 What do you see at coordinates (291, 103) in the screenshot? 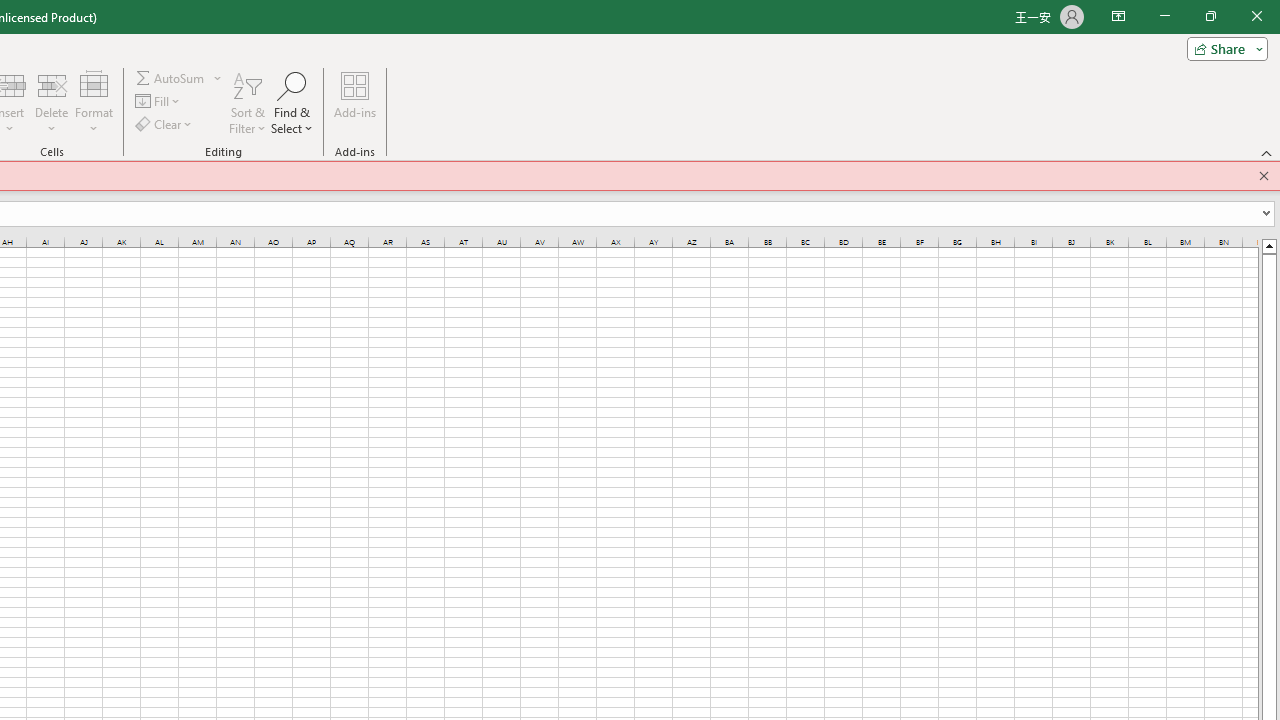
I see `'Find & Select'` at bounding box center [291, 103].